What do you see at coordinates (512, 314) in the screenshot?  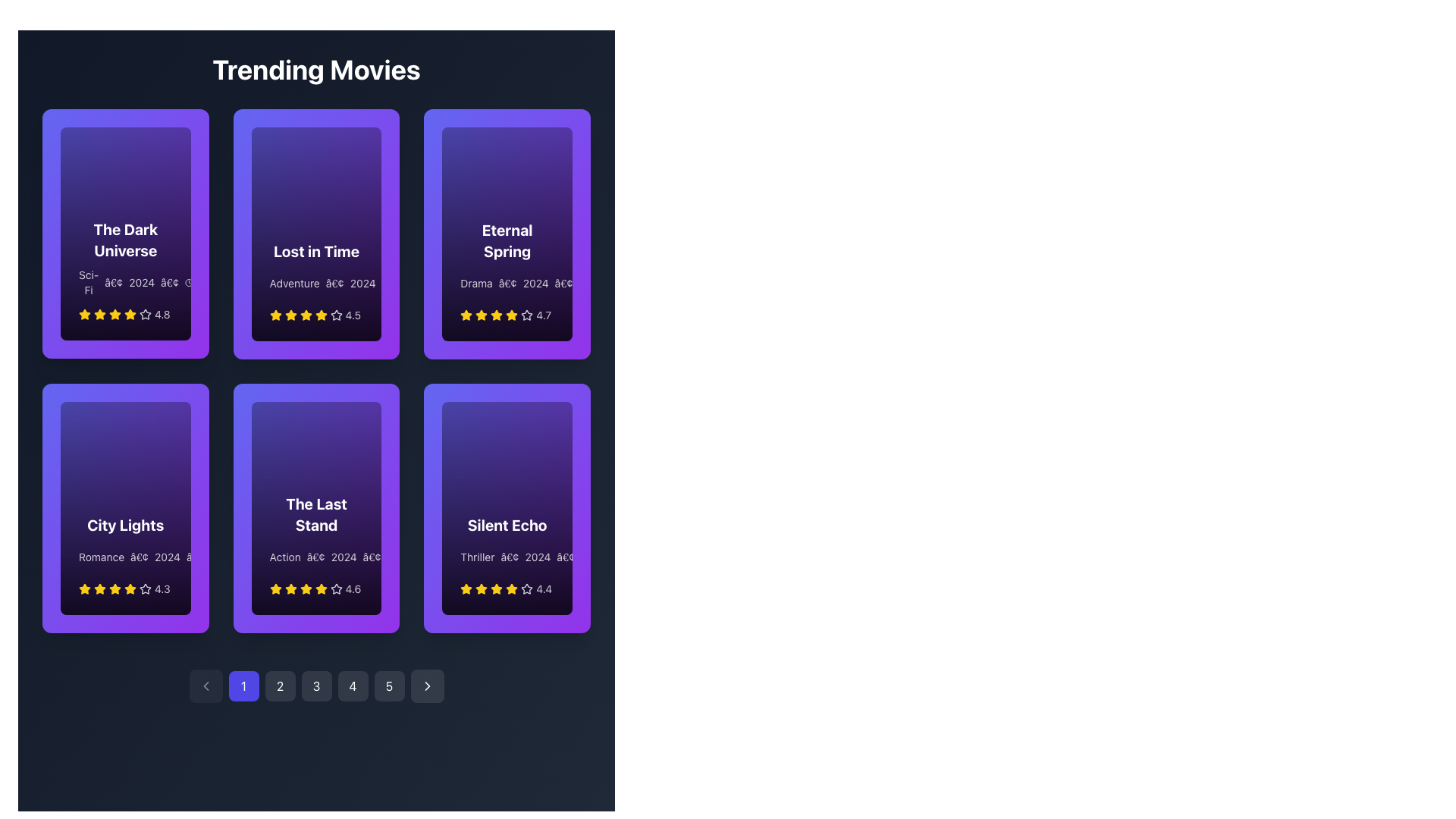 I see `the fourth star icon representing a rating score for the movie 'Eternal Spring' located below the movie title` at bounding box center [512, 314].